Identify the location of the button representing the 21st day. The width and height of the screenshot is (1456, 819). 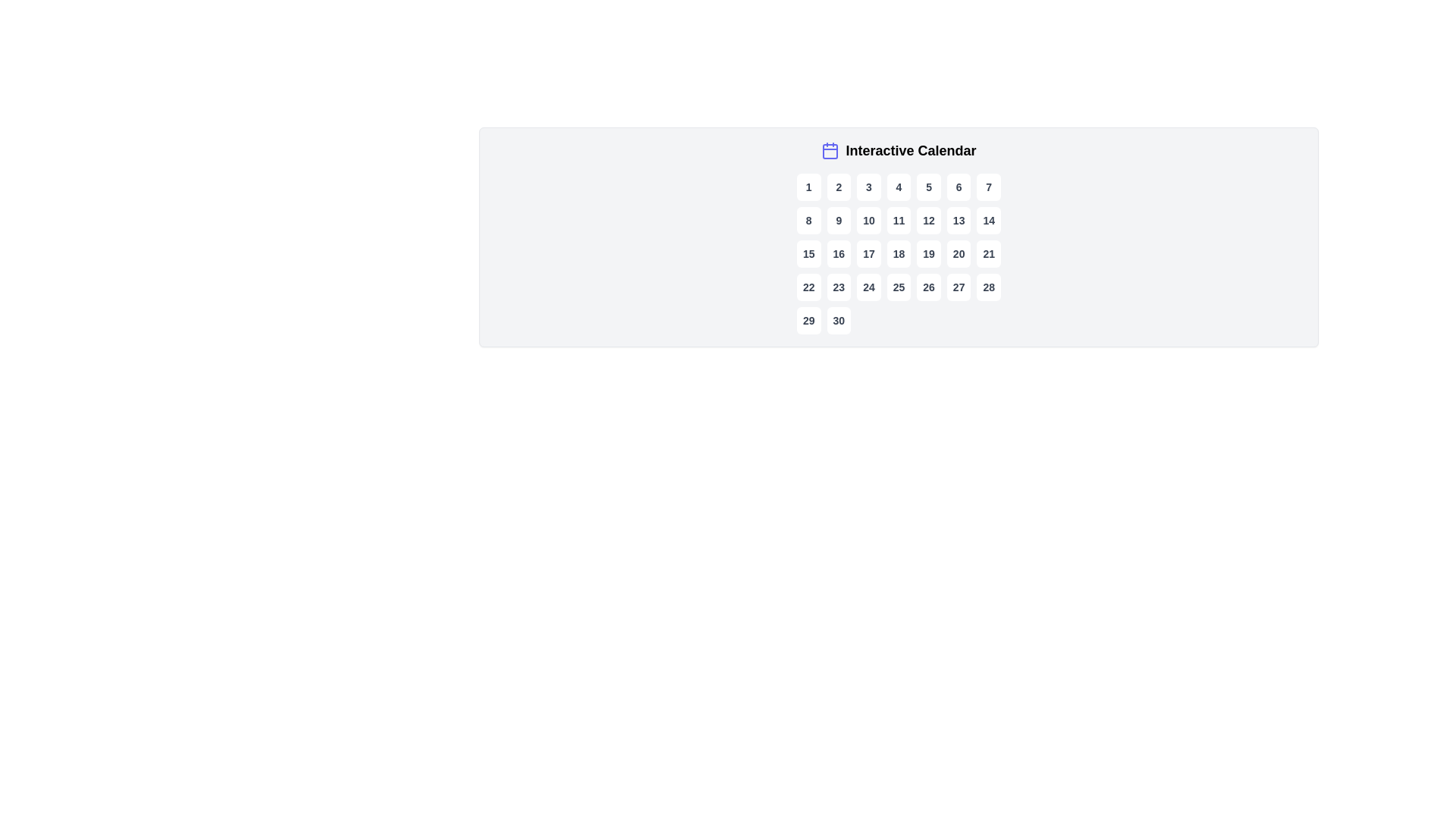
(989, 253).